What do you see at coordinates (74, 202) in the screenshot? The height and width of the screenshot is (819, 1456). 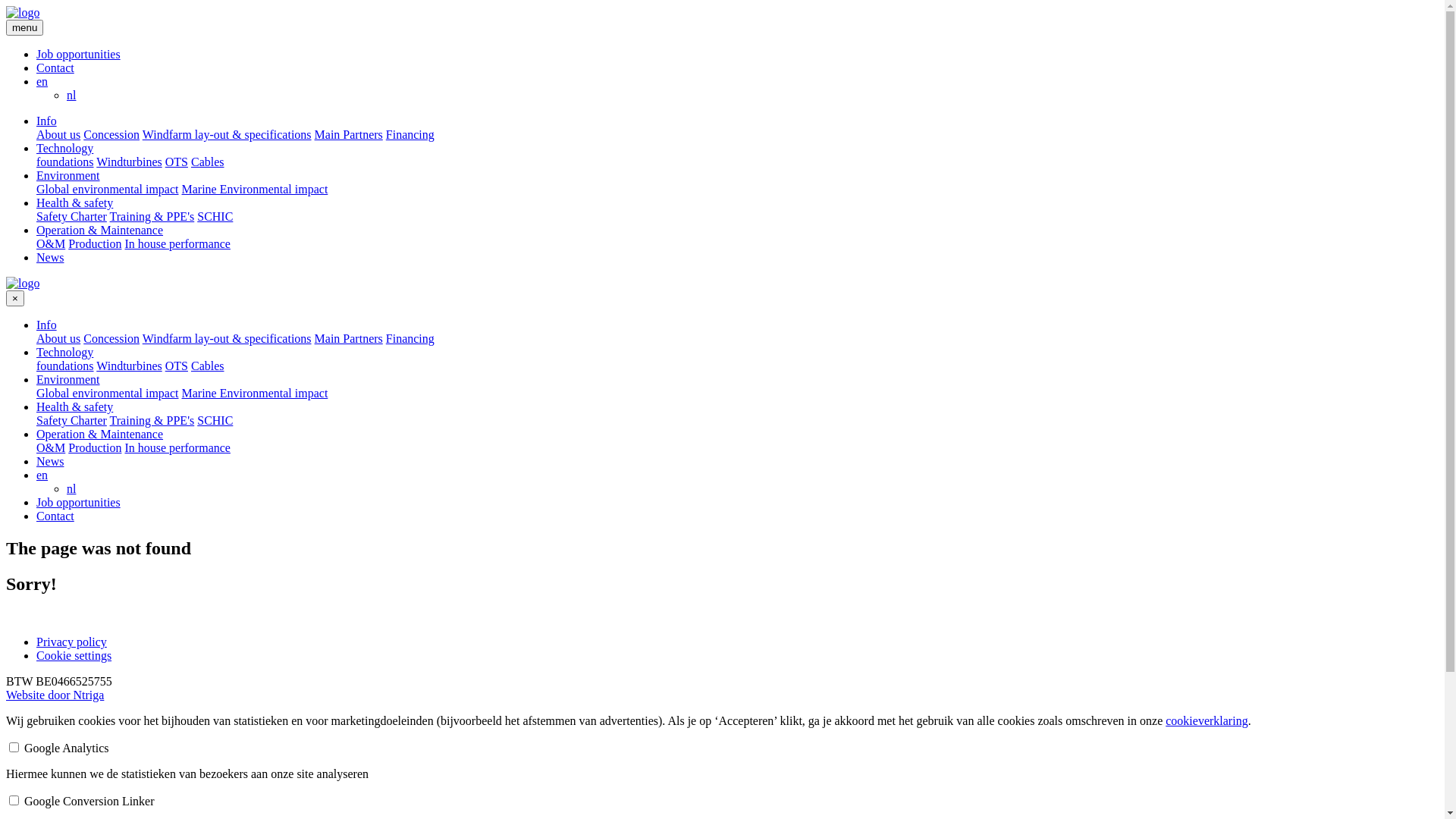 I see `'Health & safety'` at bounding box center [74, 202].